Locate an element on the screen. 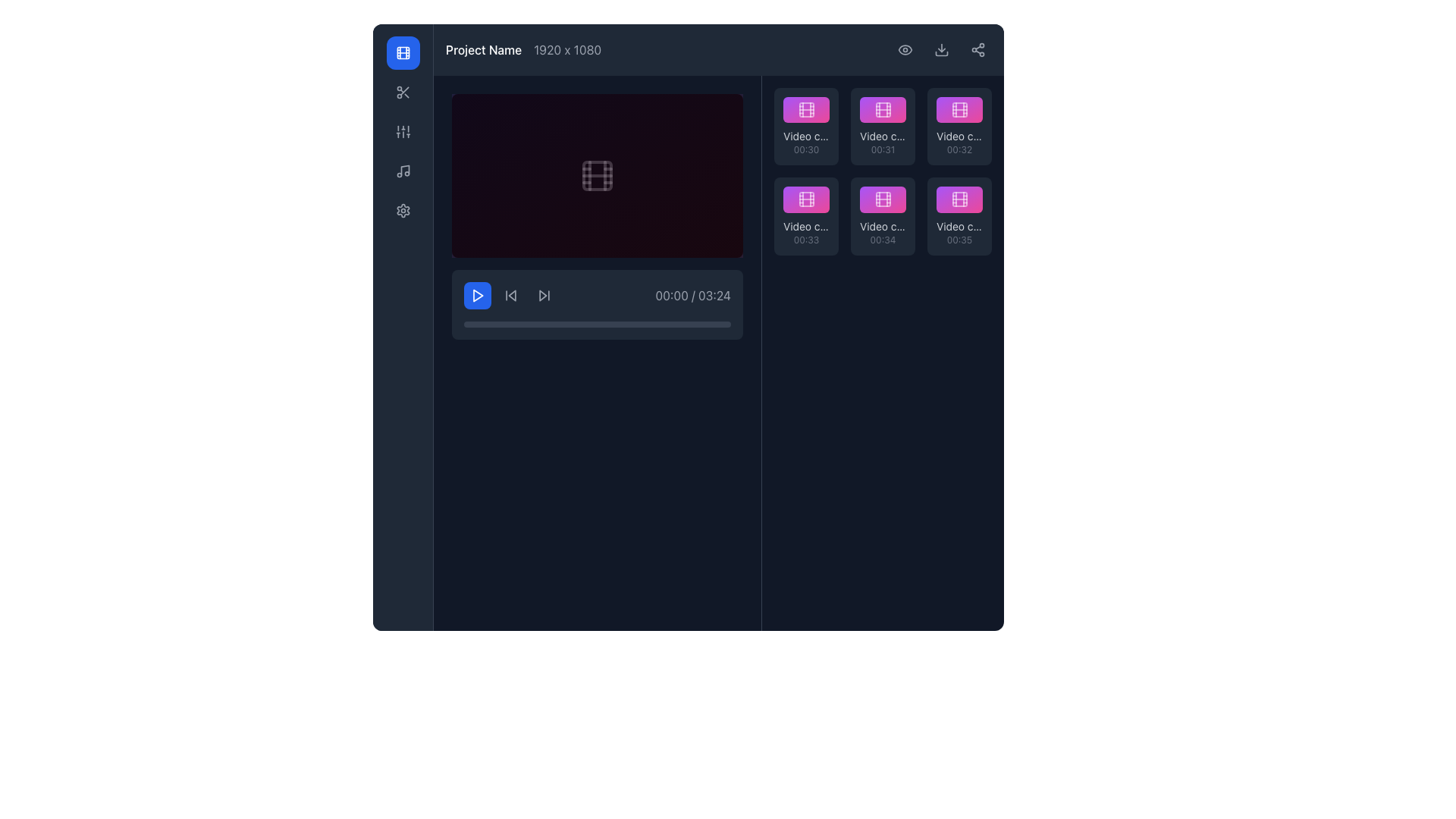  text displayed in the Text label that shows the project's video resolution dimensions, located to the right of the 'Project Name' text is located at coordinates (566, 49).